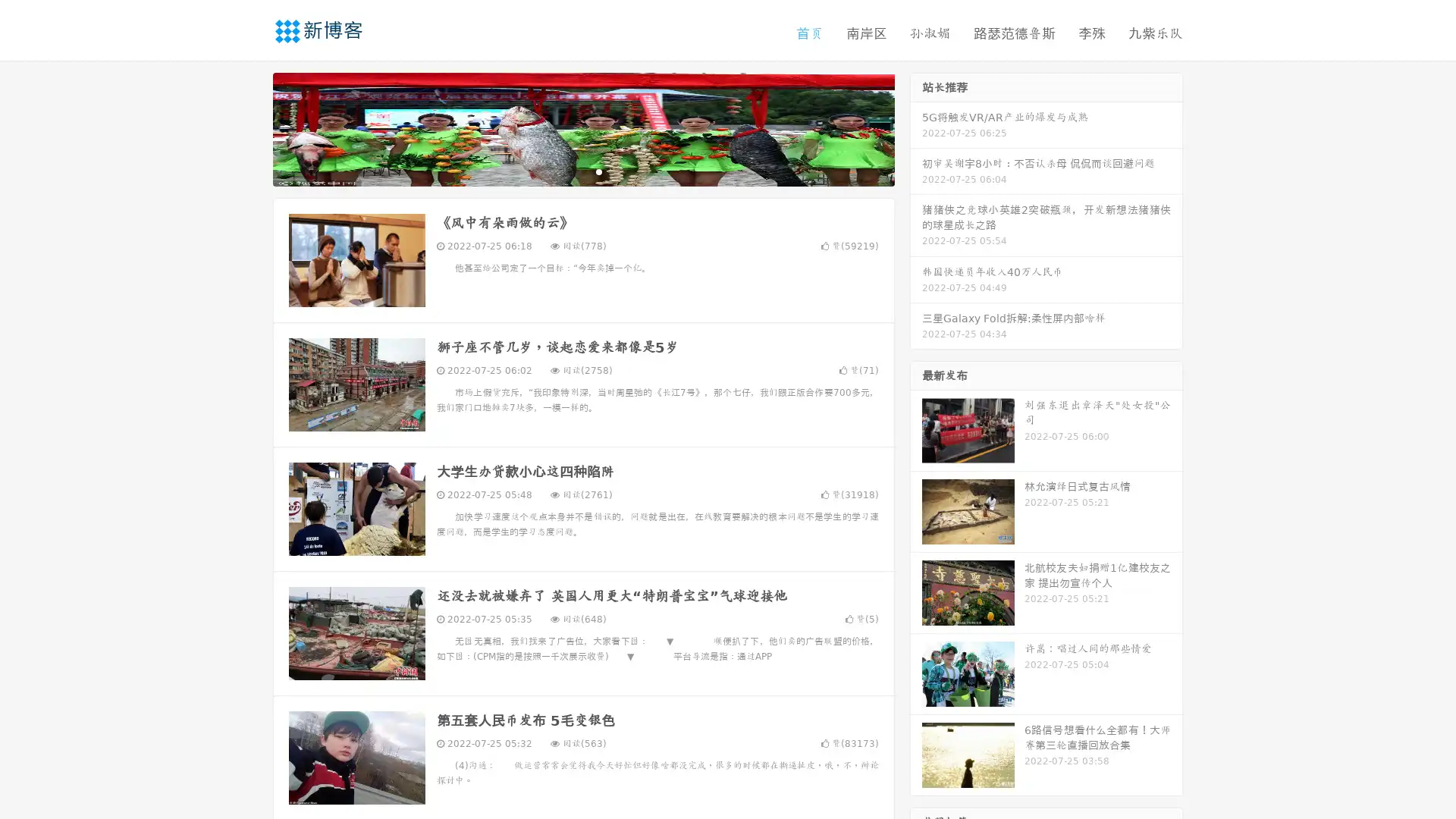  Describe the element at coordinates (250, 127) in the screenshot. I see `Previous slide` at that location.